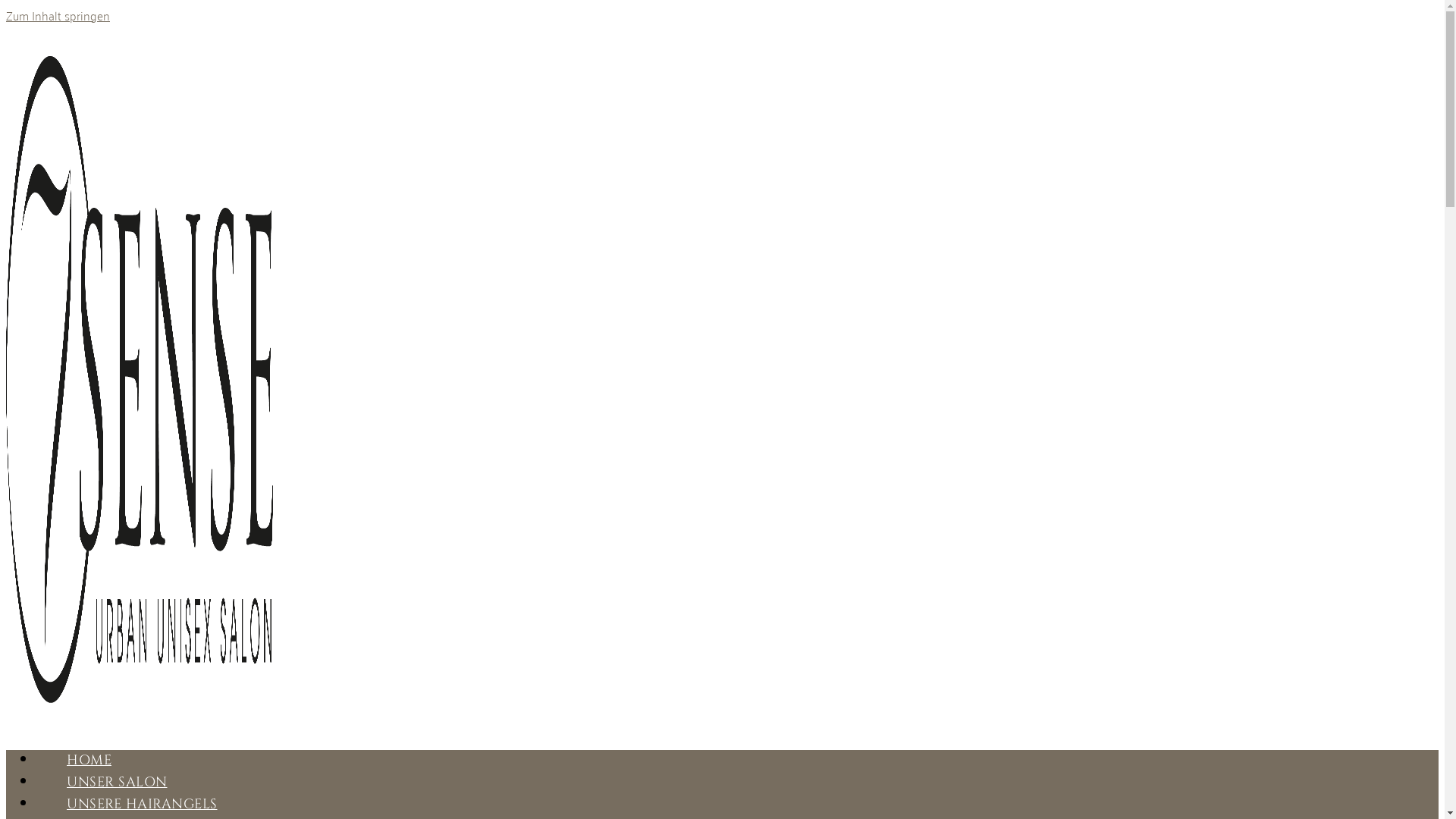  I want to click on 'UNSER SALON', so click(116, 782).